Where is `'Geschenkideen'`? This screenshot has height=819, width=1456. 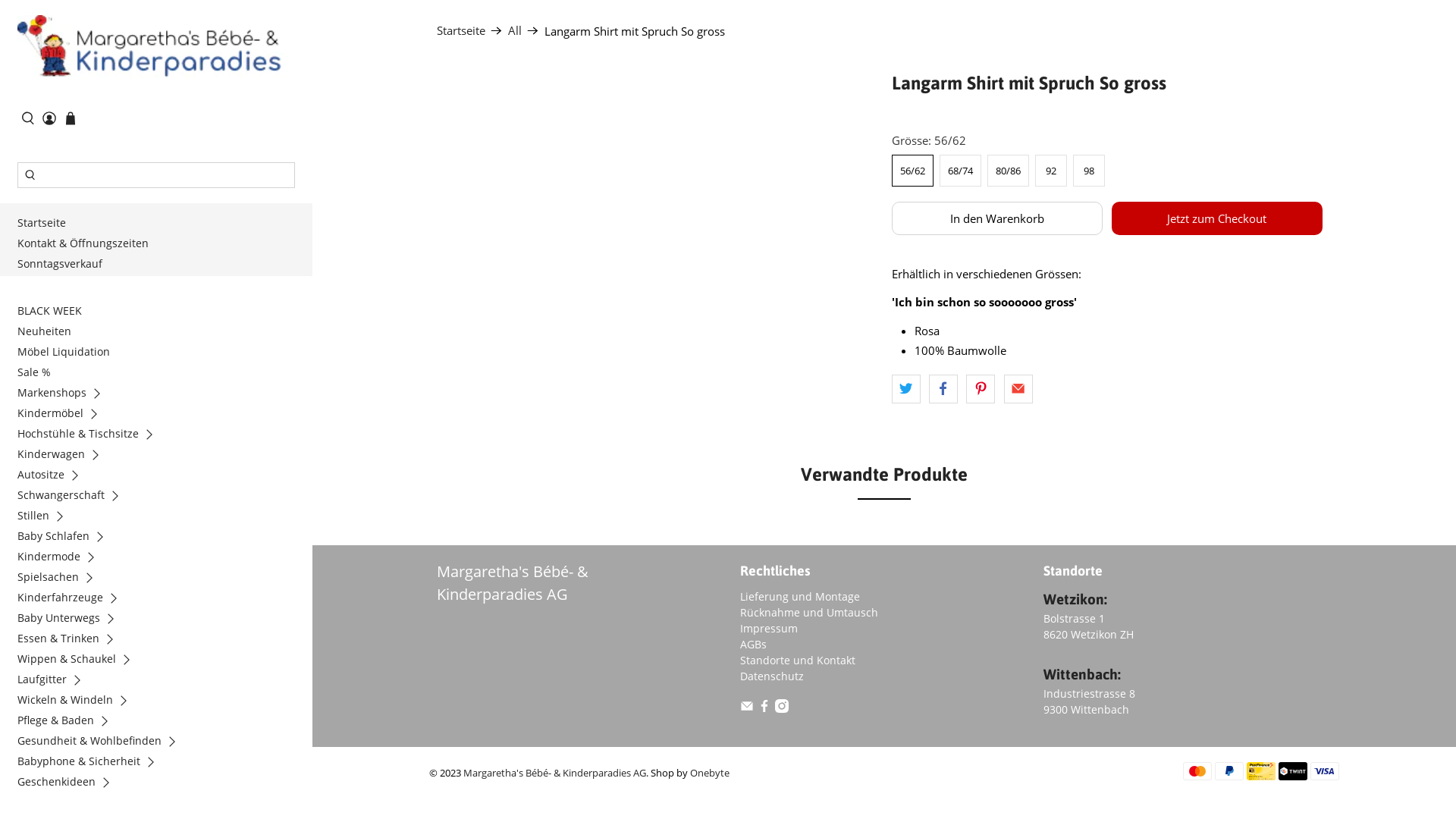
'Geschenkideen' is located at coordinates (68, 783).